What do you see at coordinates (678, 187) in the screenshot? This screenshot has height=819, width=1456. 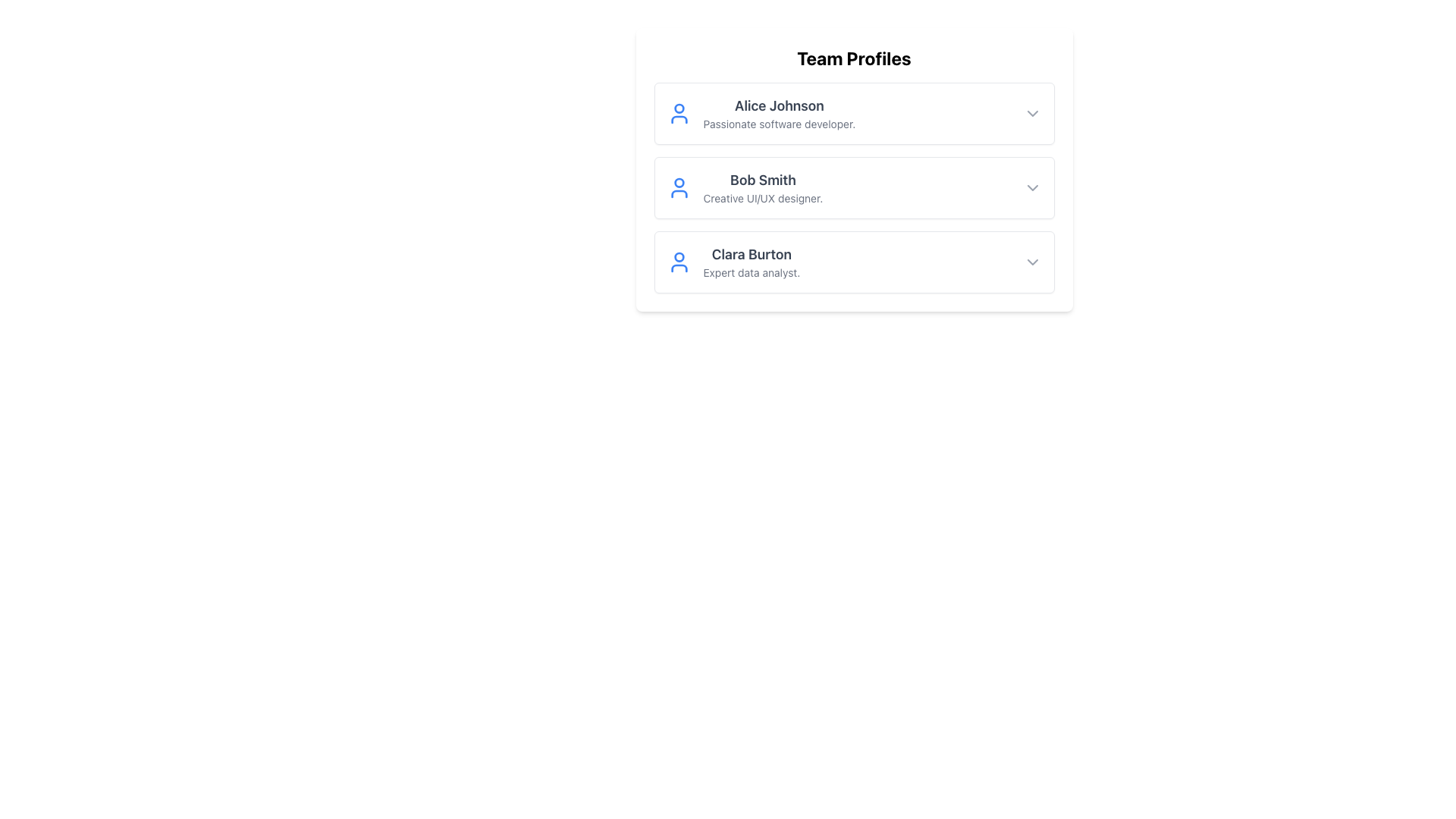 I see `the blue profile icon depicting a stylized human figure, located to the left of the 'Bob Smith' label in the 'Team Profiles' section` at bounding box center [678, 187].